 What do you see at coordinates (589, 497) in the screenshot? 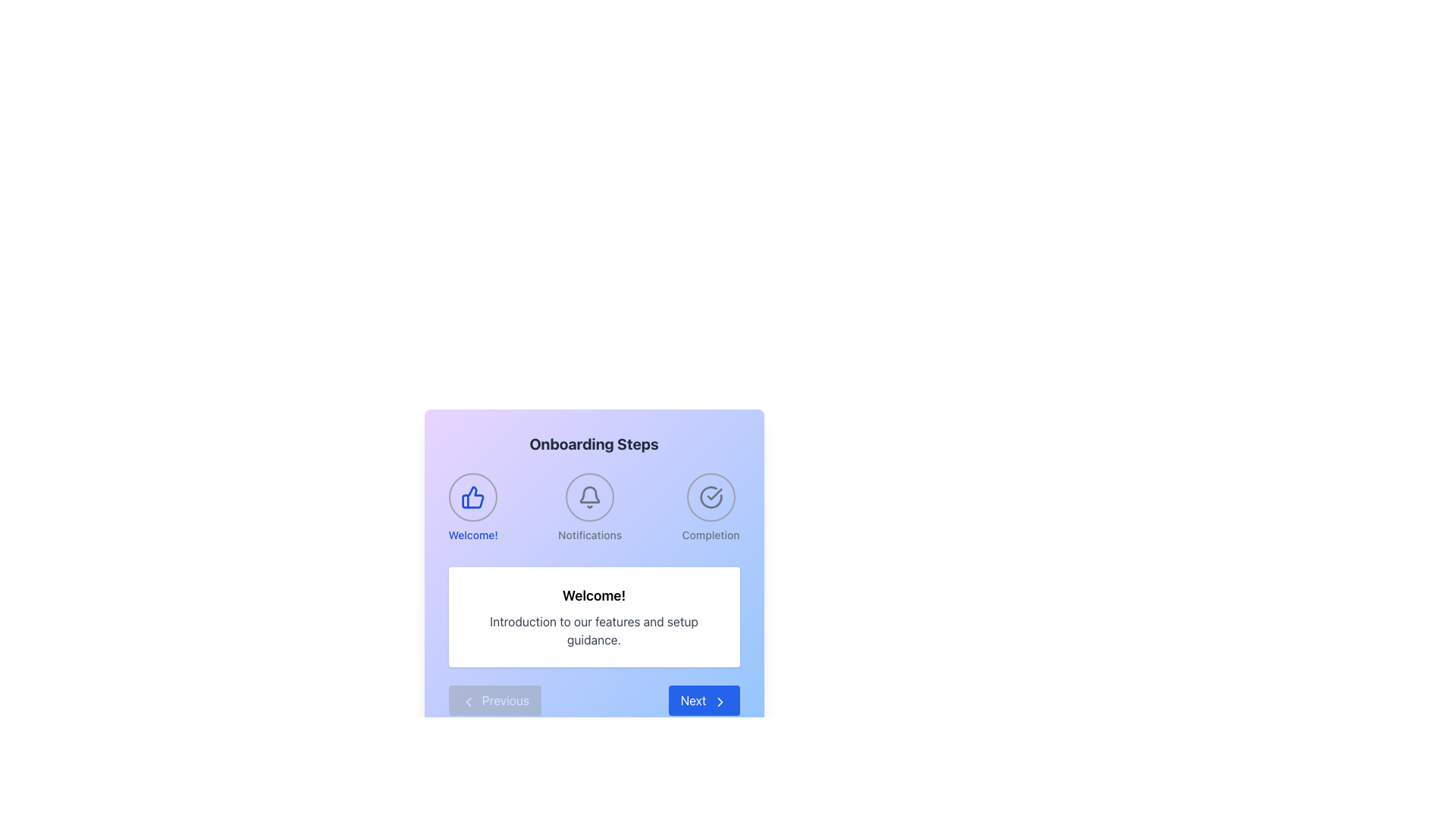
I see `the notification icon, which is the second icon under the 'Onboarding Steps' heading` at bounding box center [589, 497].